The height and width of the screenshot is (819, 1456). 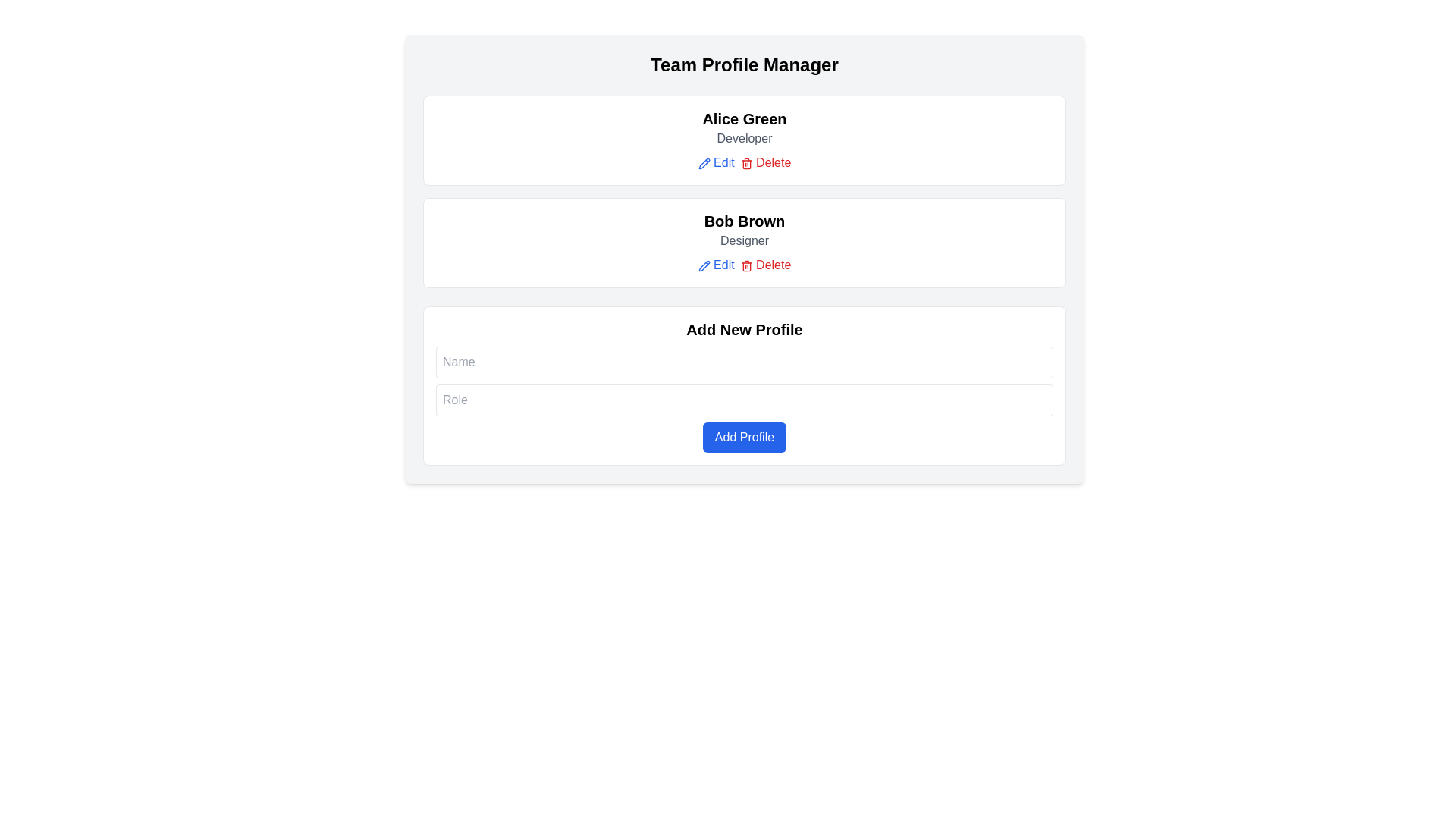 What do you see at coordinates (746, 265) in the screenshot?
I see `the trash can icon in the action group next to 'Edit' for 'Bob Brown - Designer'` at bounding box center [746, 265].